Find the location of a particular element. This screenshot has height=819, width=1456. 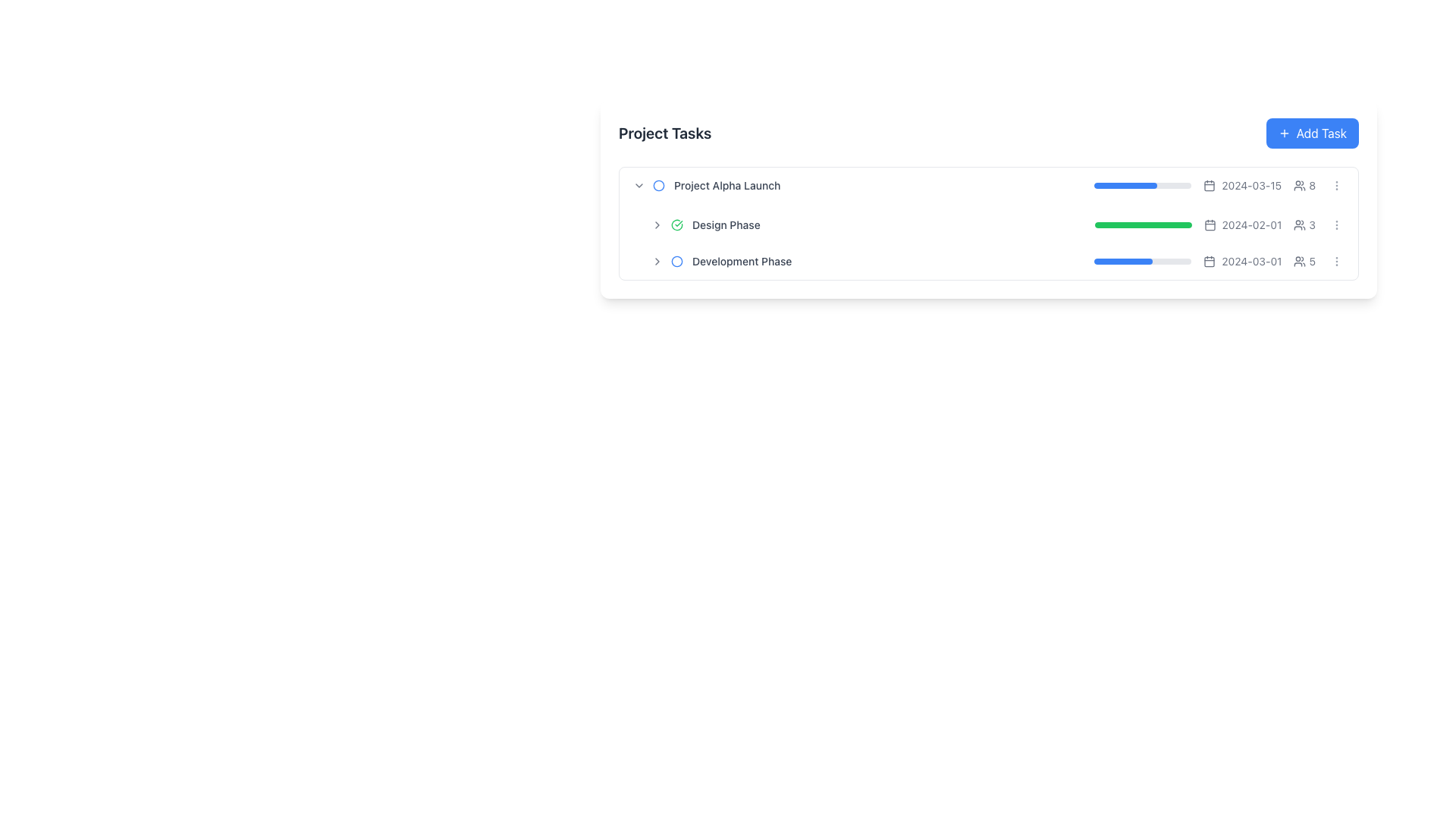

the progress bar indicating the completion of the task for '2024-03-15', located in the right section of the task row is located at coordinates (1143, 185).